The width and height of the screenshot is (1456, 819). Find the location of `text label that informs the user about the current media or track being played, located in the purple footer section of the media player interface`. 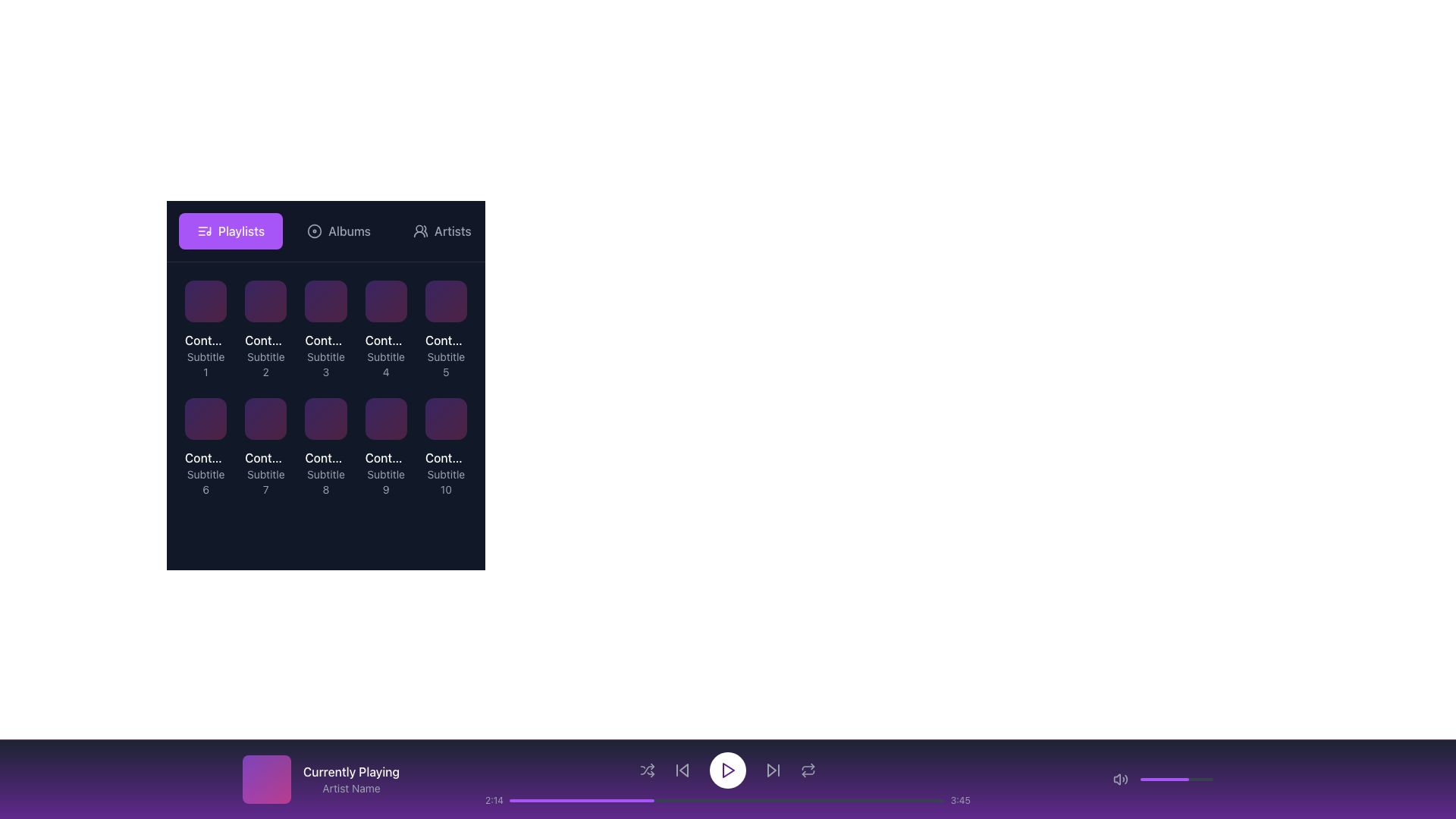

text label that informs the user about the current media or track being played, located in the purple footer section of the media player interface is located at coordinates (350, 772).